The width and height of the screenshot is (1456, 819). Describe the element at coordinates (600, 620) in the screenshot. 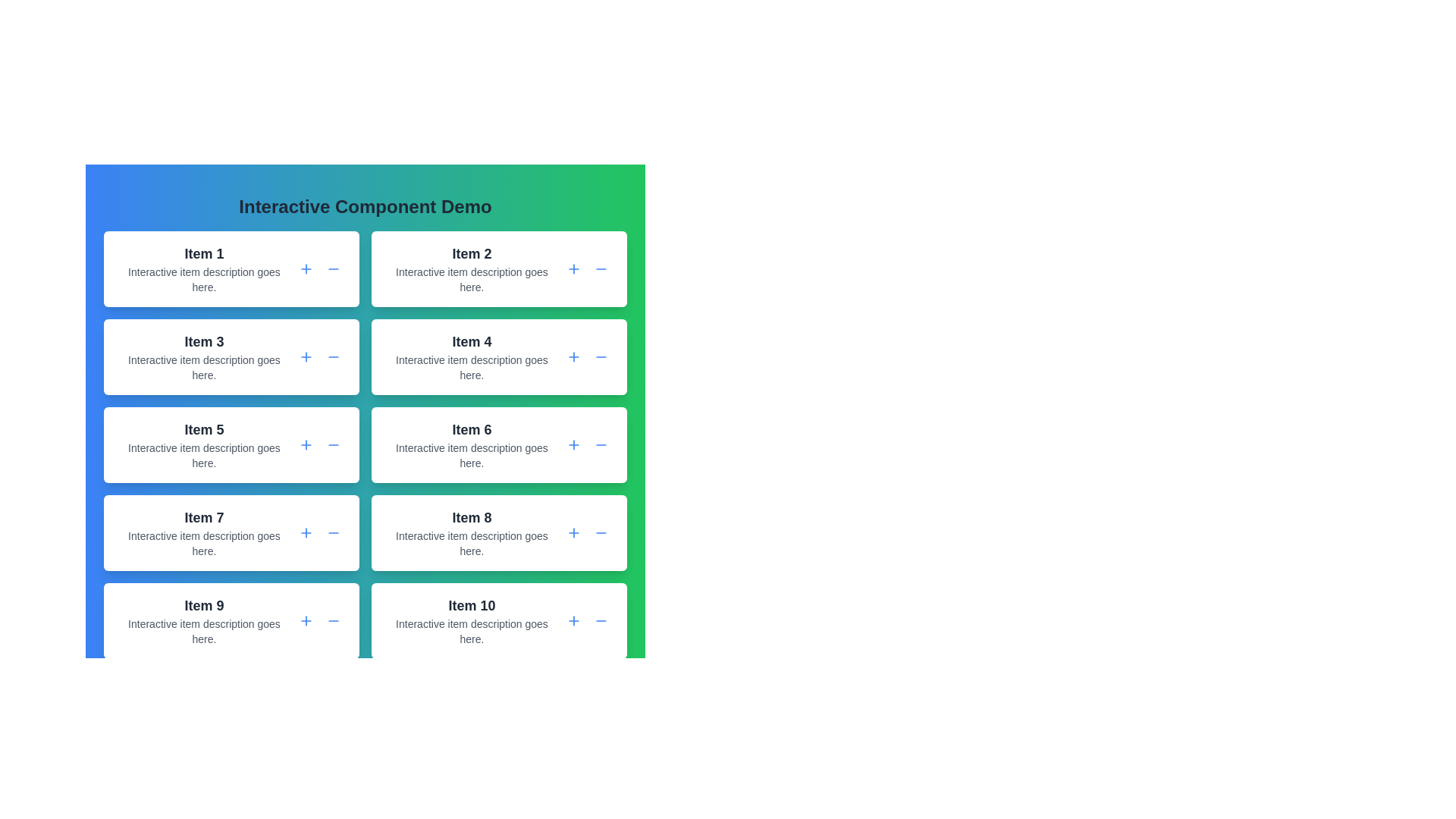

I see `on the minus icon located in the last item card labeled 'Item 10'` at that location.